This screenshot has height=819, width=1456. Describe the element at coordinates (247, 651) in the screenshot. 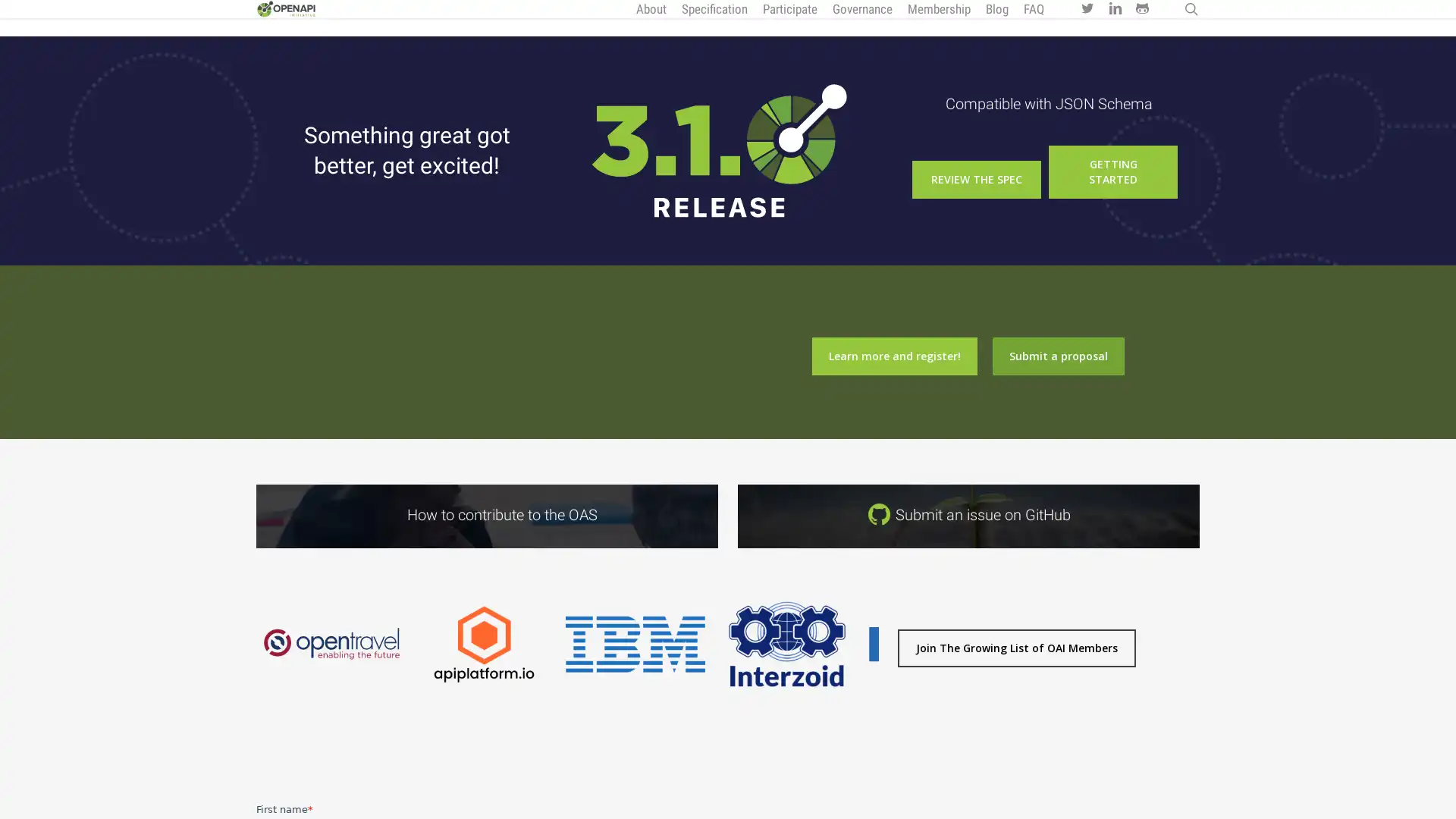

I see `Previous` at that location.